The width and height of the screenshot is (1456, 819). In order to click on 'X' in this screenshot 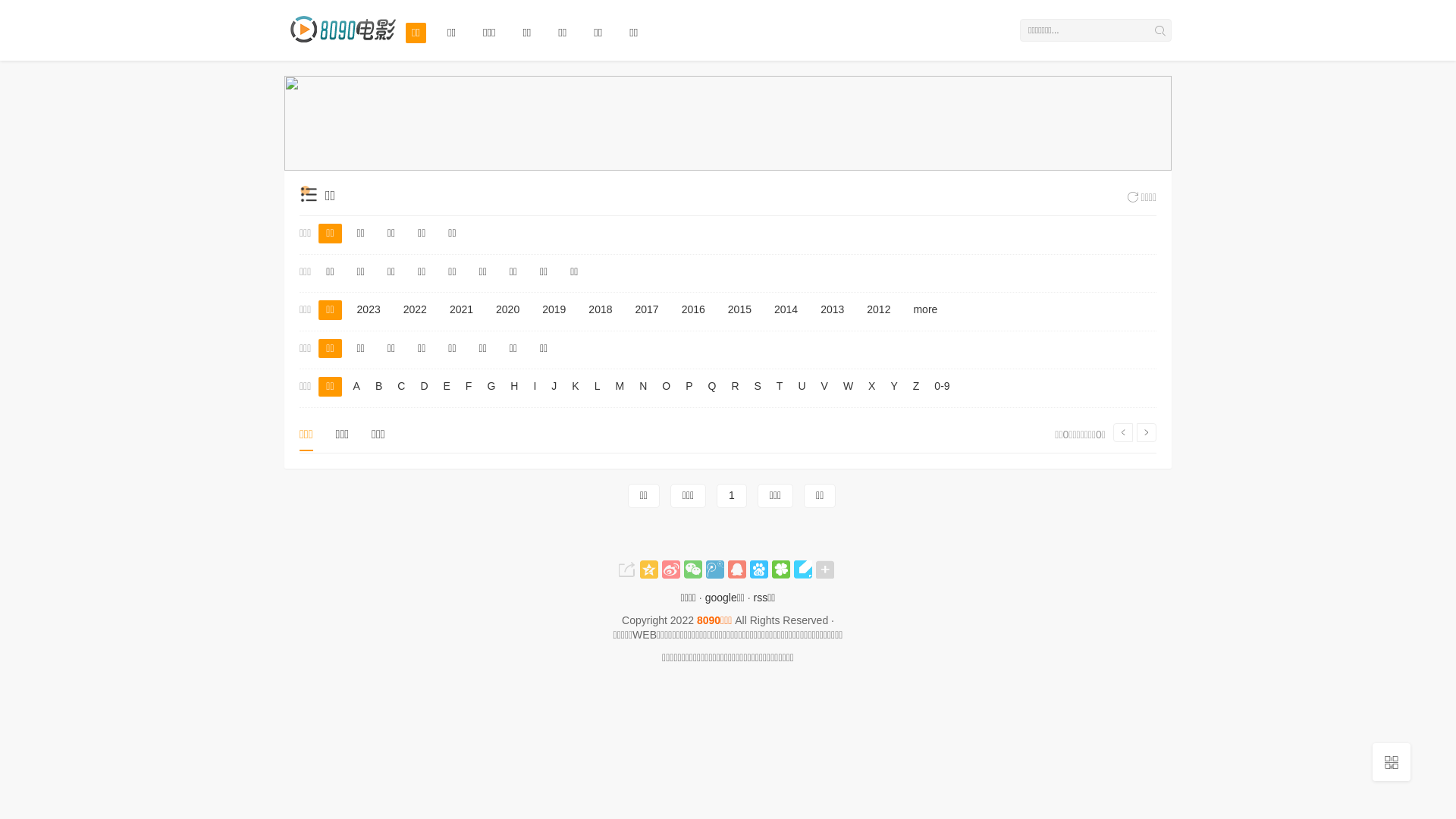, I will do `click(871, 385)`.